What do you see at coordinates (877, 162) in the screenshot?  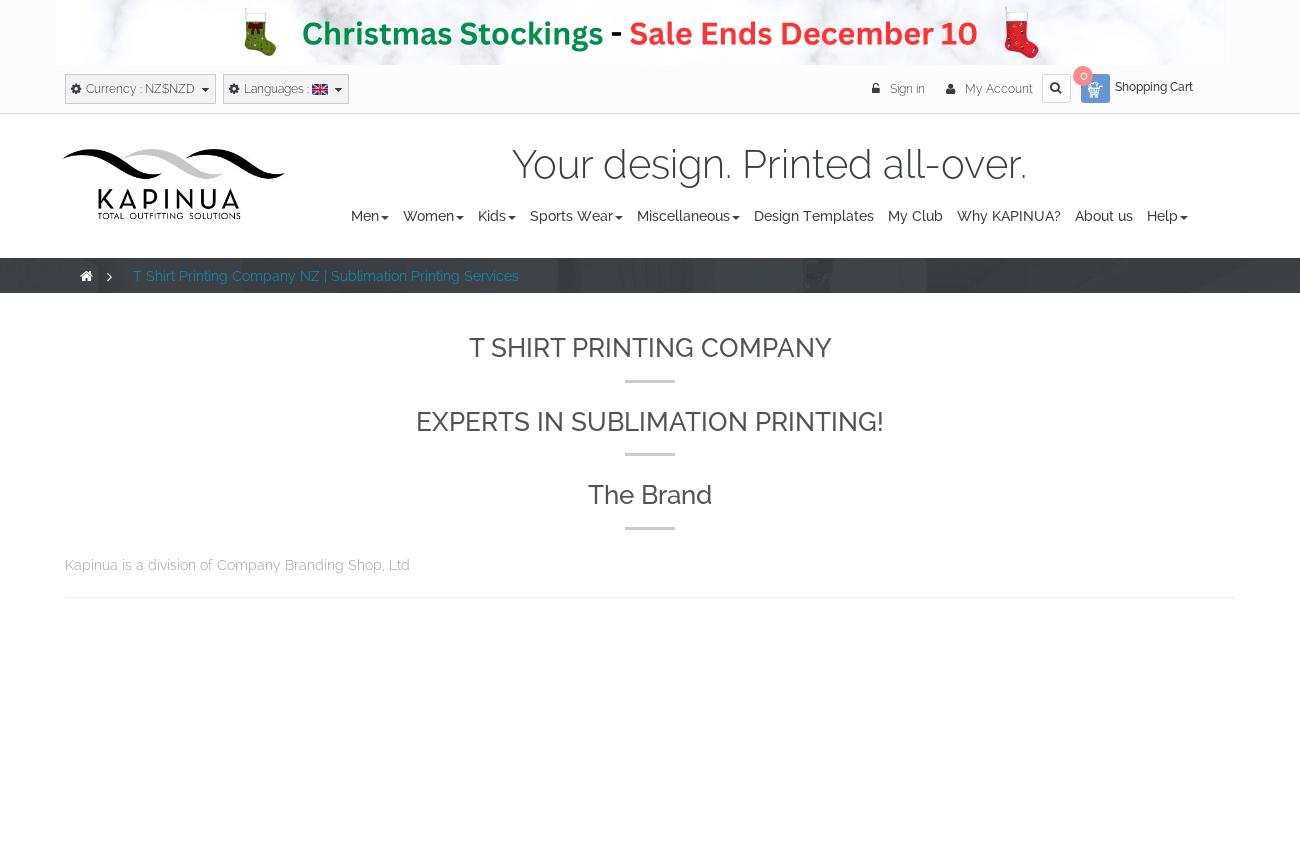 I see `'Printed all-over.'` at bounding box center [877, 162].